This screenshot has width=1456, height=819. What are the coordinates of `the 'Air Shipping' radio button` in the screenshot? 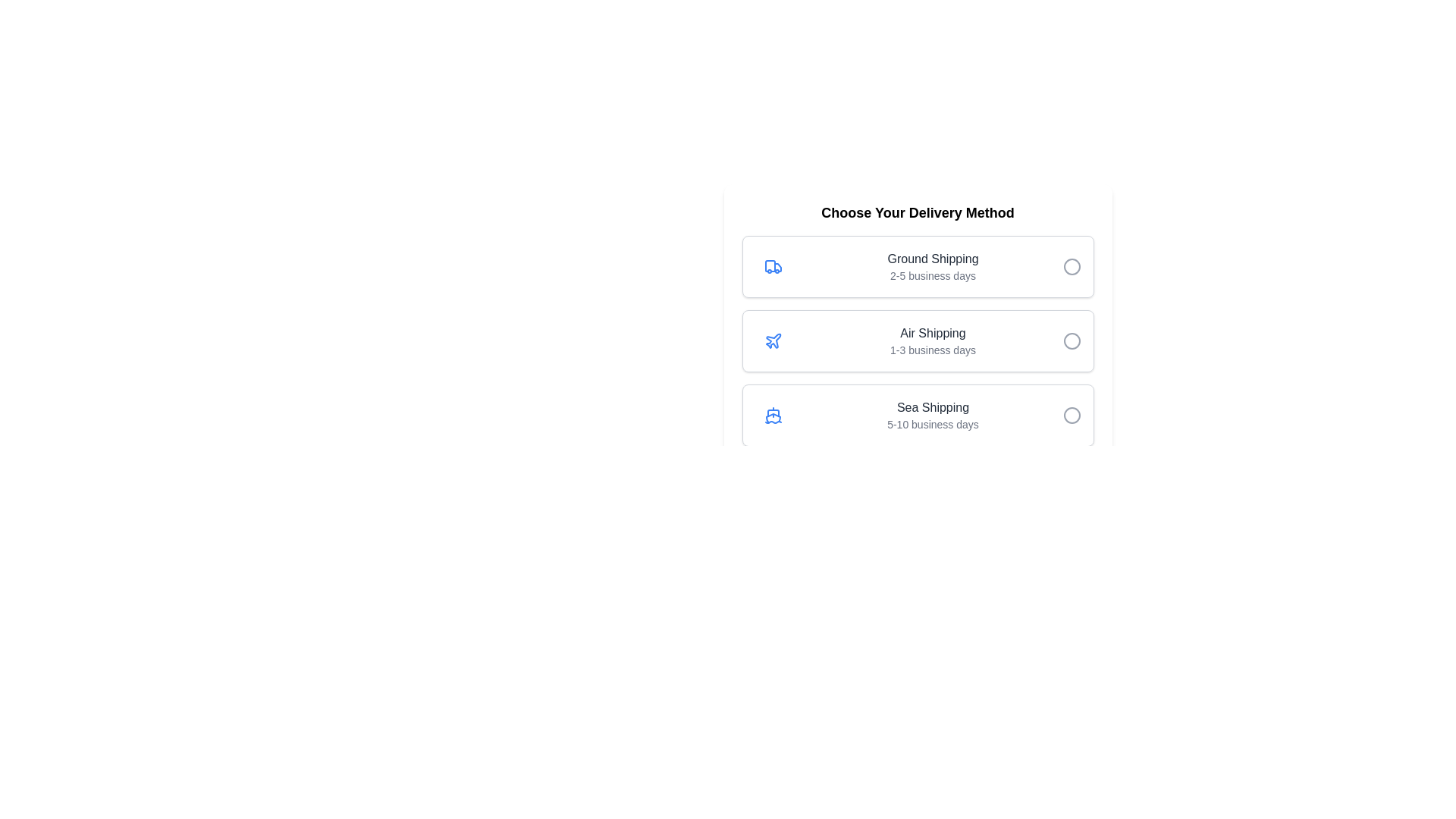 It's located at (1071, 341).